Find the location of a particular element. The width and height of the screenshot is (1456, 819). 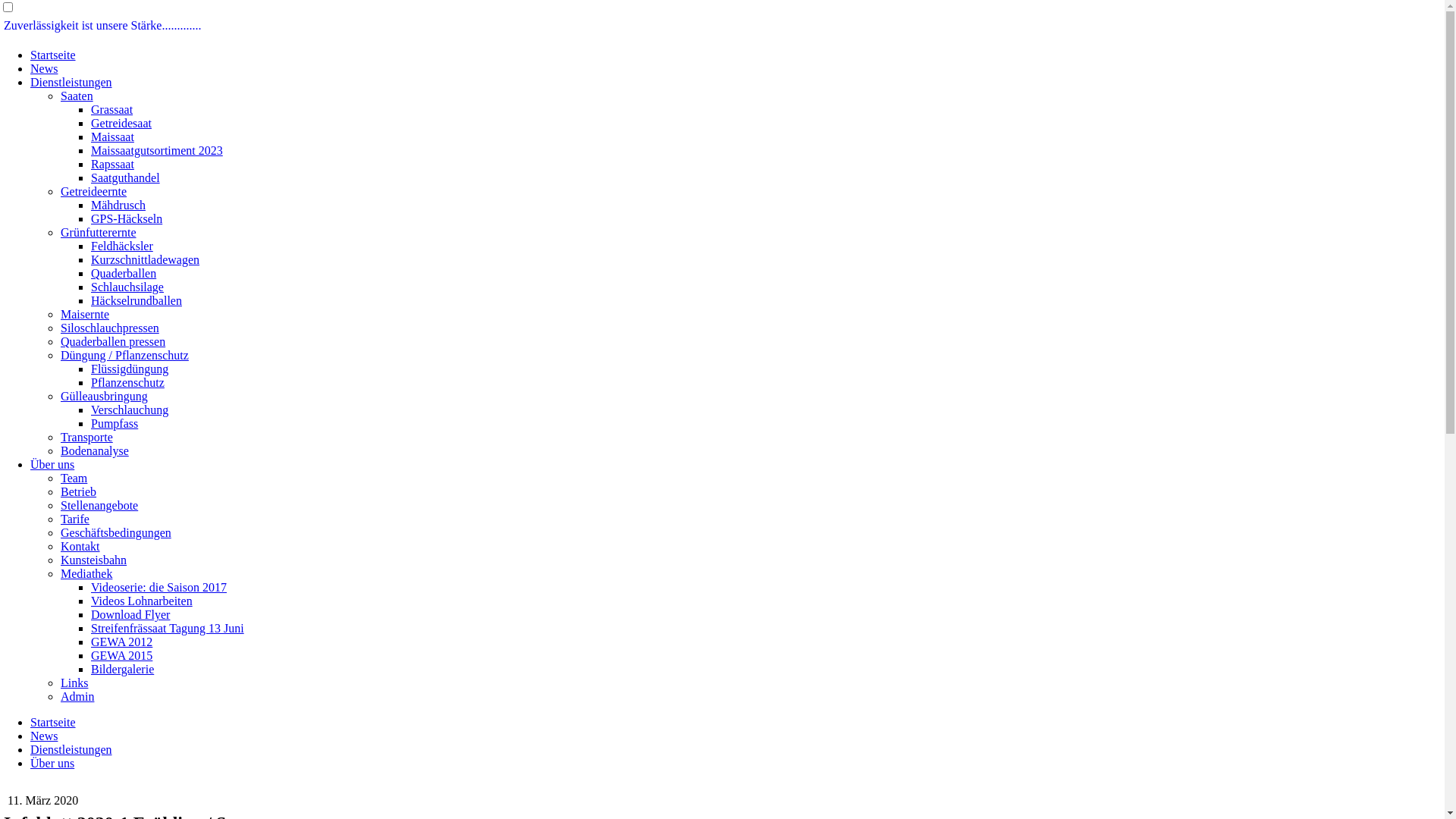

'Pumpfass' is located at coordinates (113, 423).